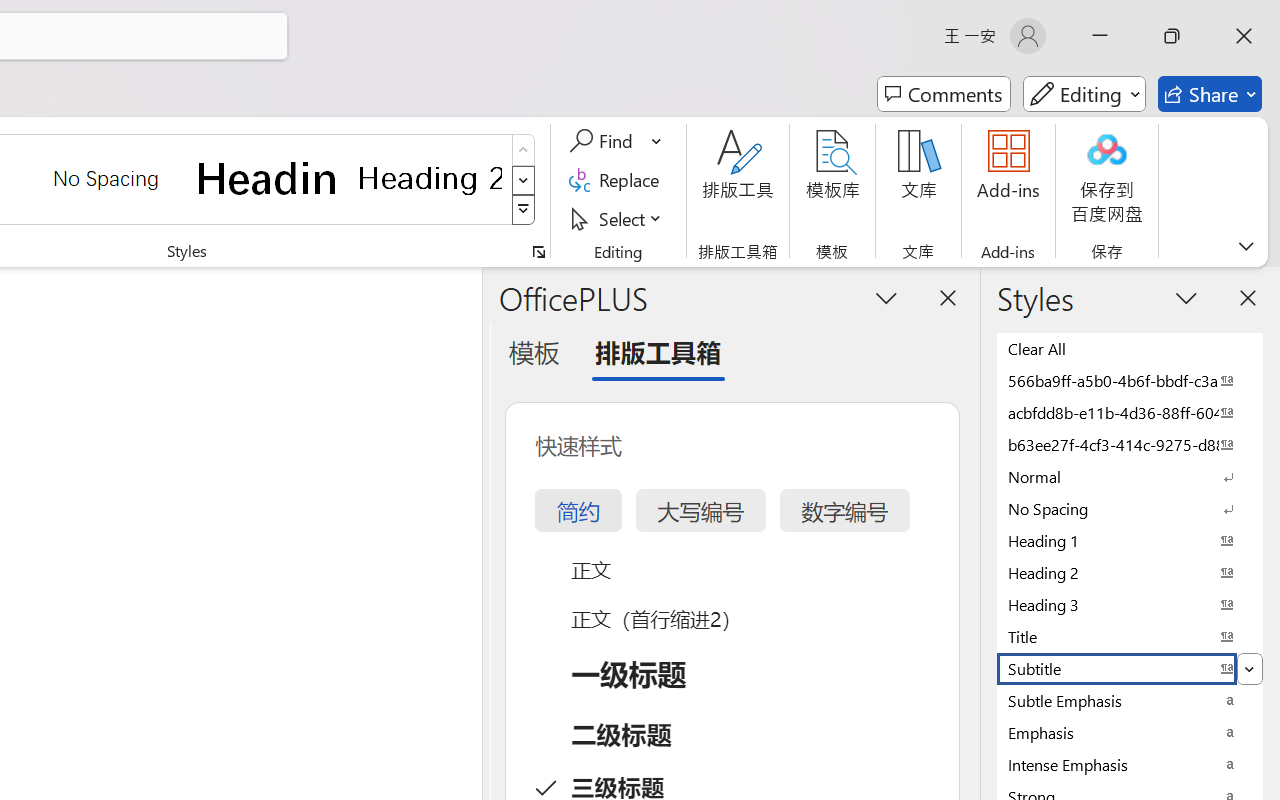 The height and width of the screenshot is (800, 1280). Describe the element at coordinates (1130, 348) in the screenshot. I see `'Clear All'` at that location.